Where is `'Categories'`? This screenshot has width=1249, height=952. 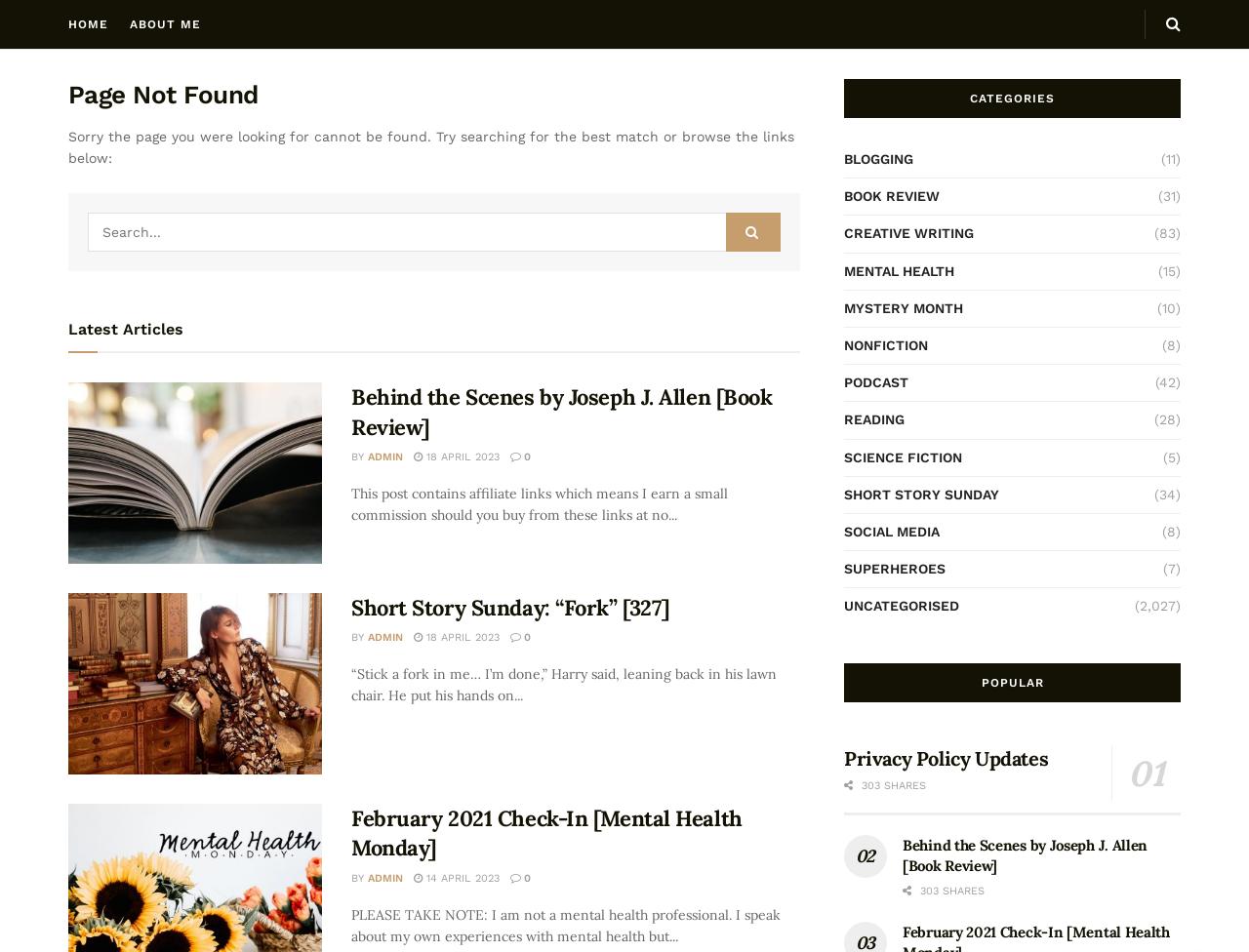 'Categories' is located at coordinates (970, 99).